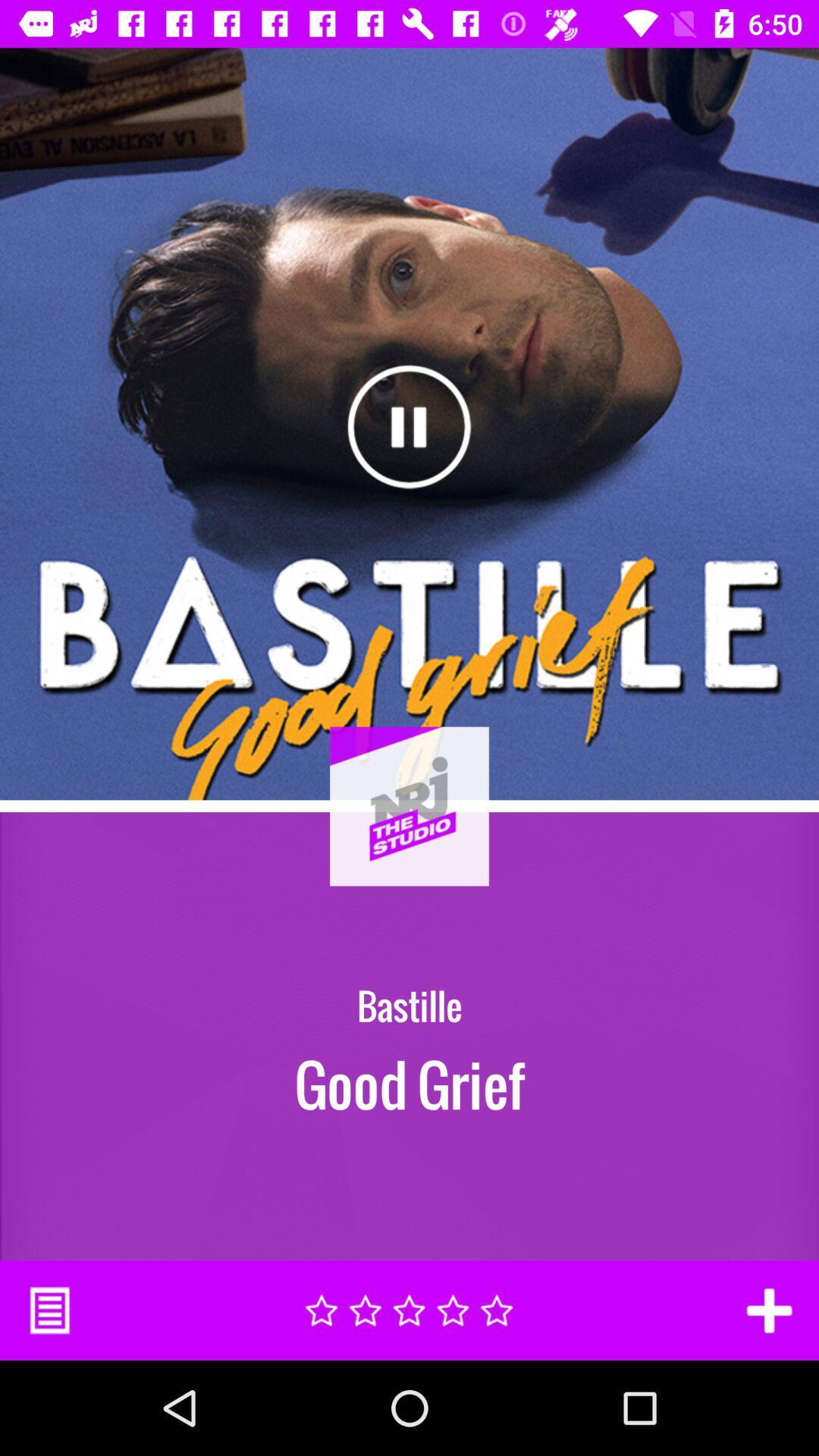  I want to click on the build icon, so click(409, 845).